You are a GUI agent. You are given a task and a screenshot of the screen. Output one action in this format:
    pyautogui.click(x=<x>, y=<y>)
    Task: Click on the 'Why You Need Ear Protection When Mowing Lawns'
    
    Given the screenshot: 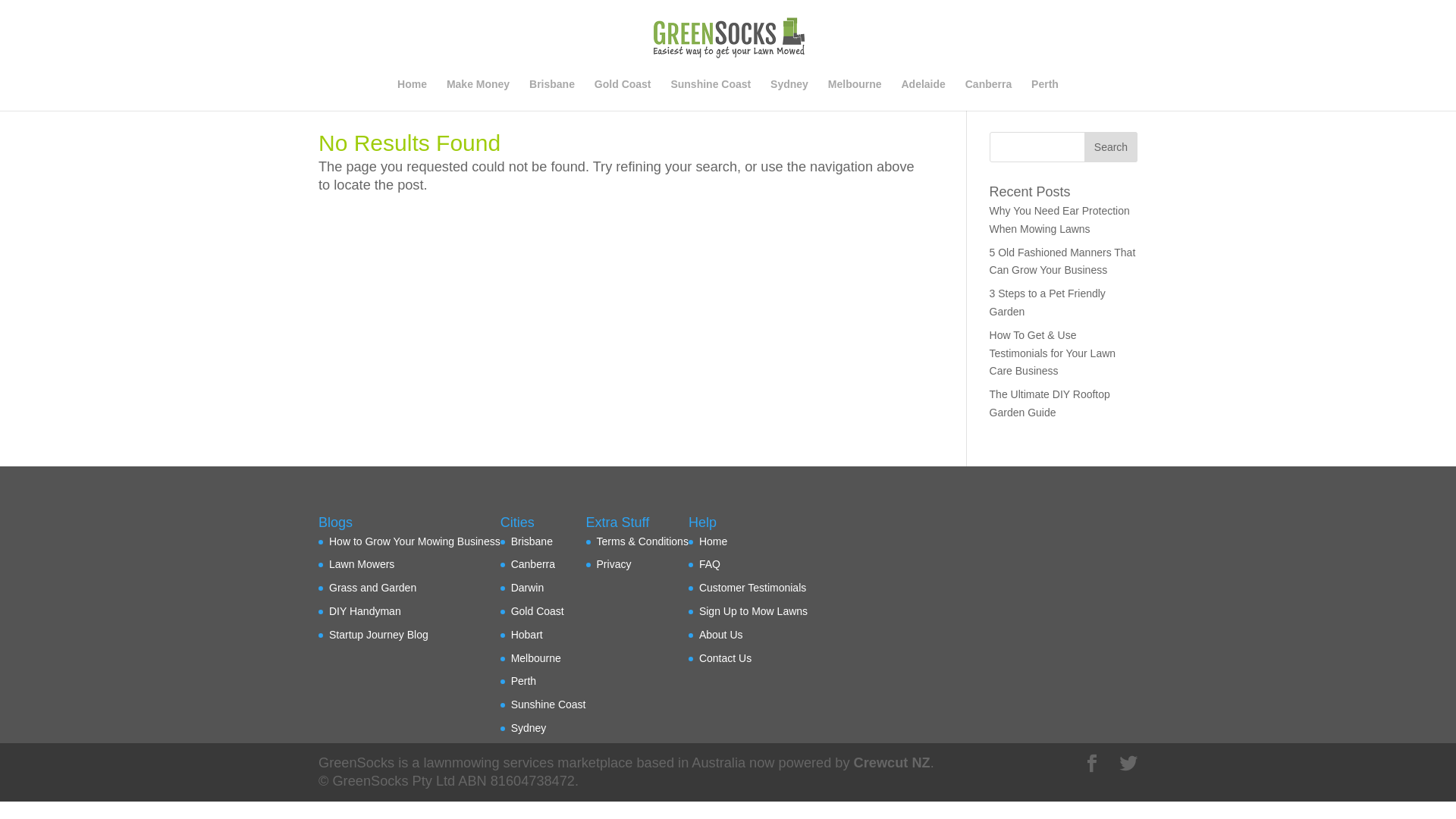 What is the action you would take?
    pyautogui.click(x=1059, y=219)
    